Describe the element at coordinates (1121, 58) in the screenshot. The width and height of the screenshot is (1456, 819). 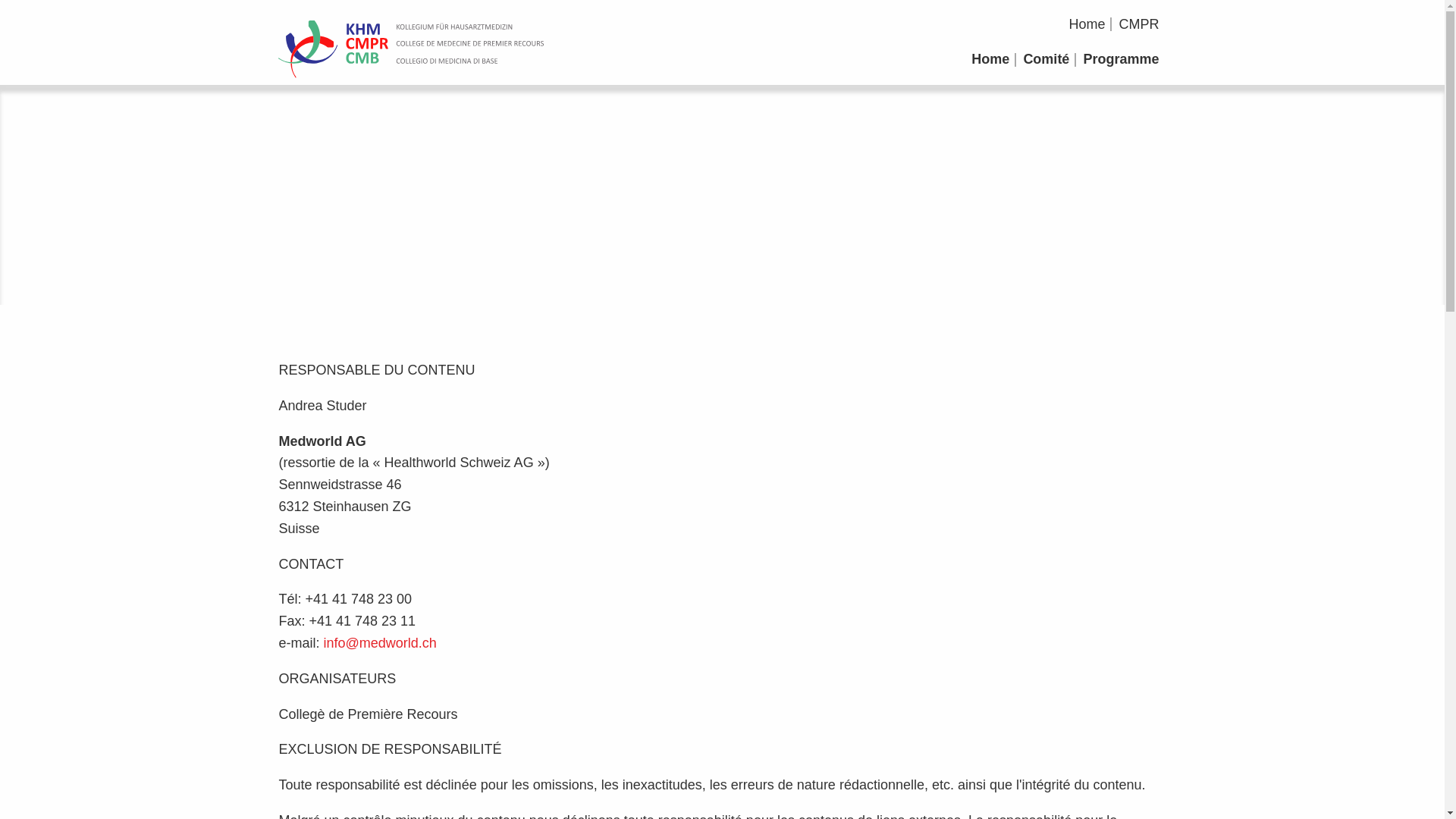
I see `'Programme'` at that location.